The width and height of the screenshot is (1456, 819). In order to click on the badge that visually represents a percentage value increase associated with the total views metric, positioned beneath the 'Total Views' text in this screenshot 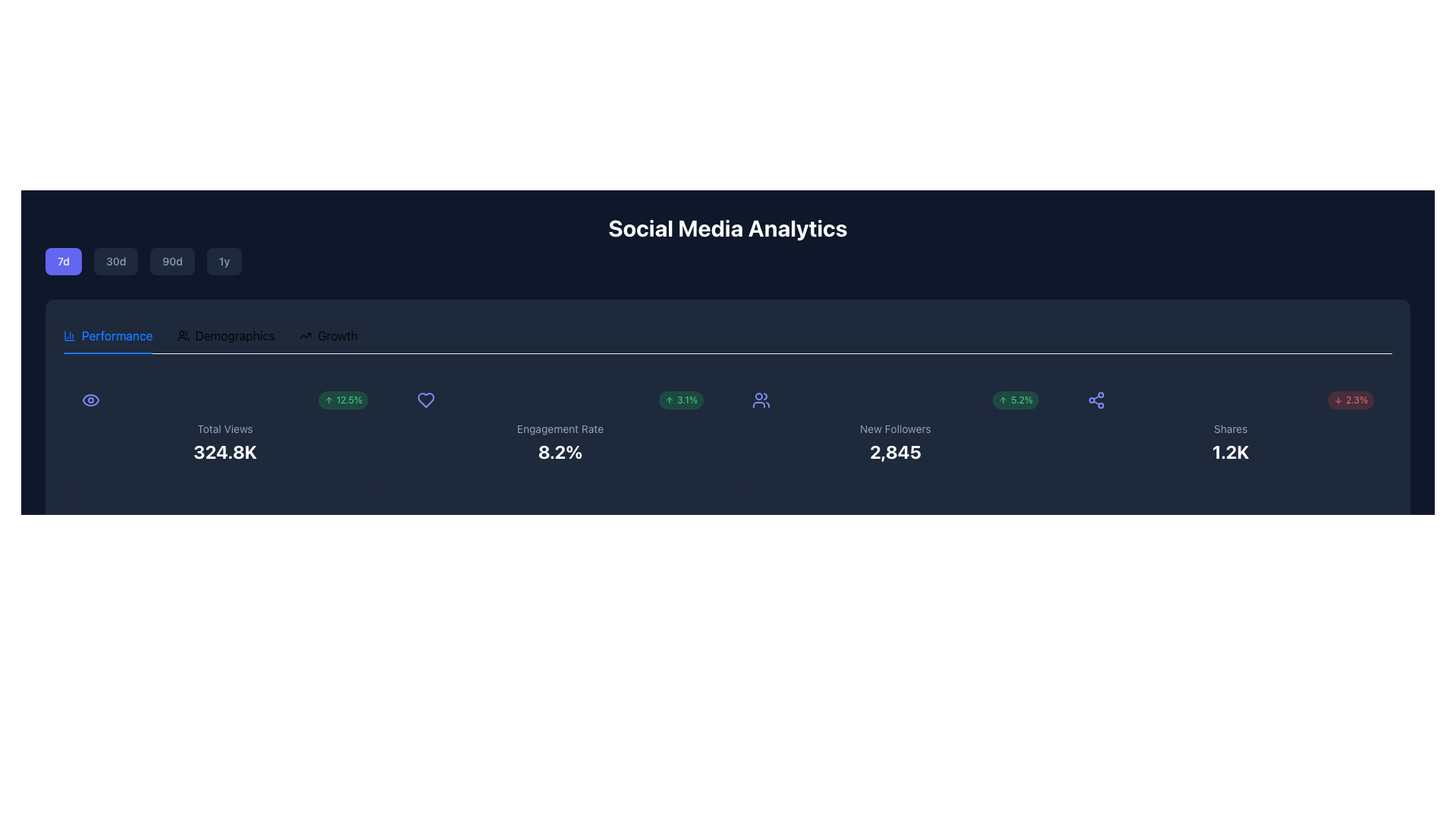, I will do `click(342, 400)`.